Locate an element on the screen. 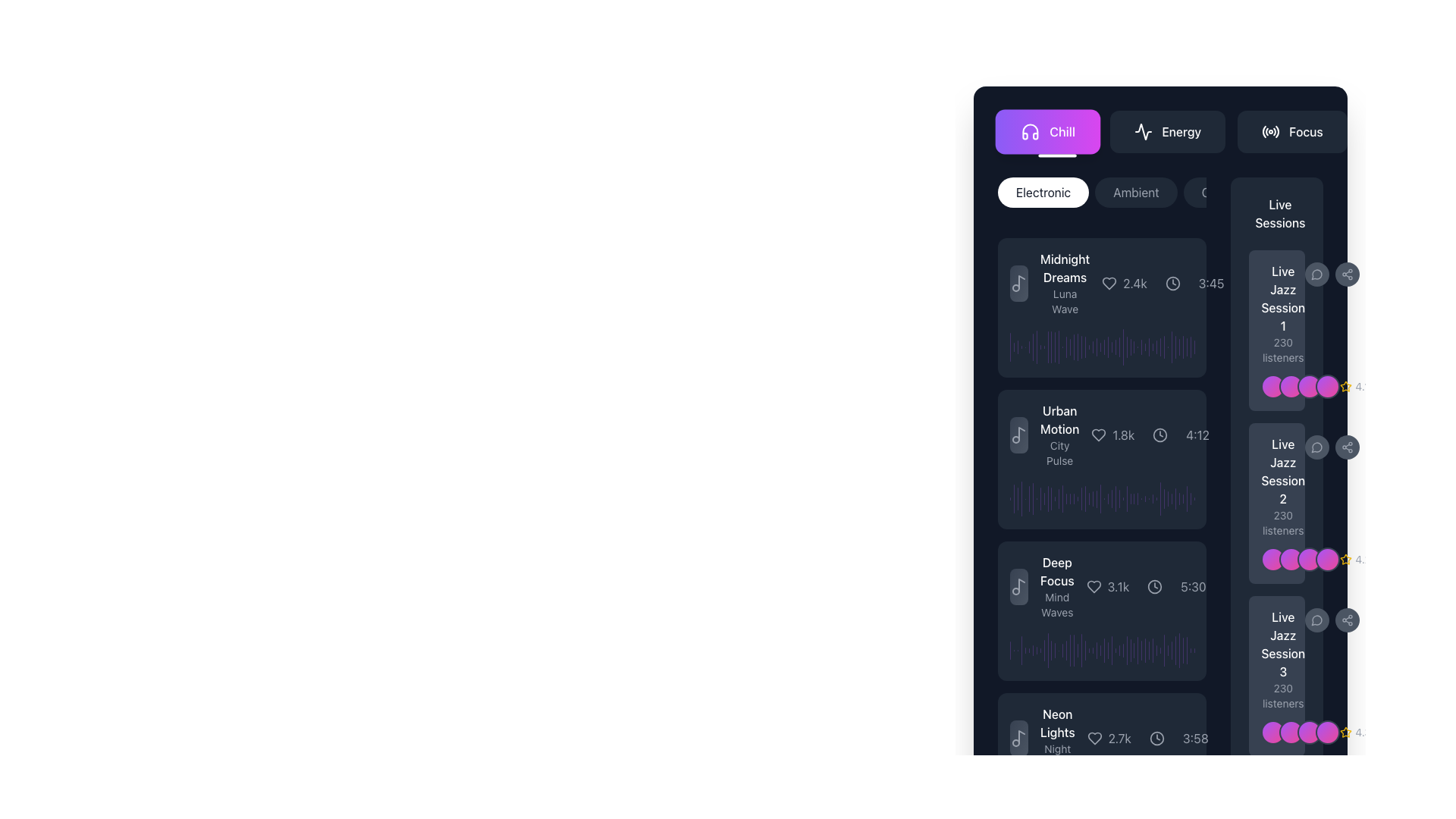 This screenshot has width=1456, height=819. the 49th visual indicator or histogram bar in the horizontal layout of vertical bars is located at coordinates (1194, 347).